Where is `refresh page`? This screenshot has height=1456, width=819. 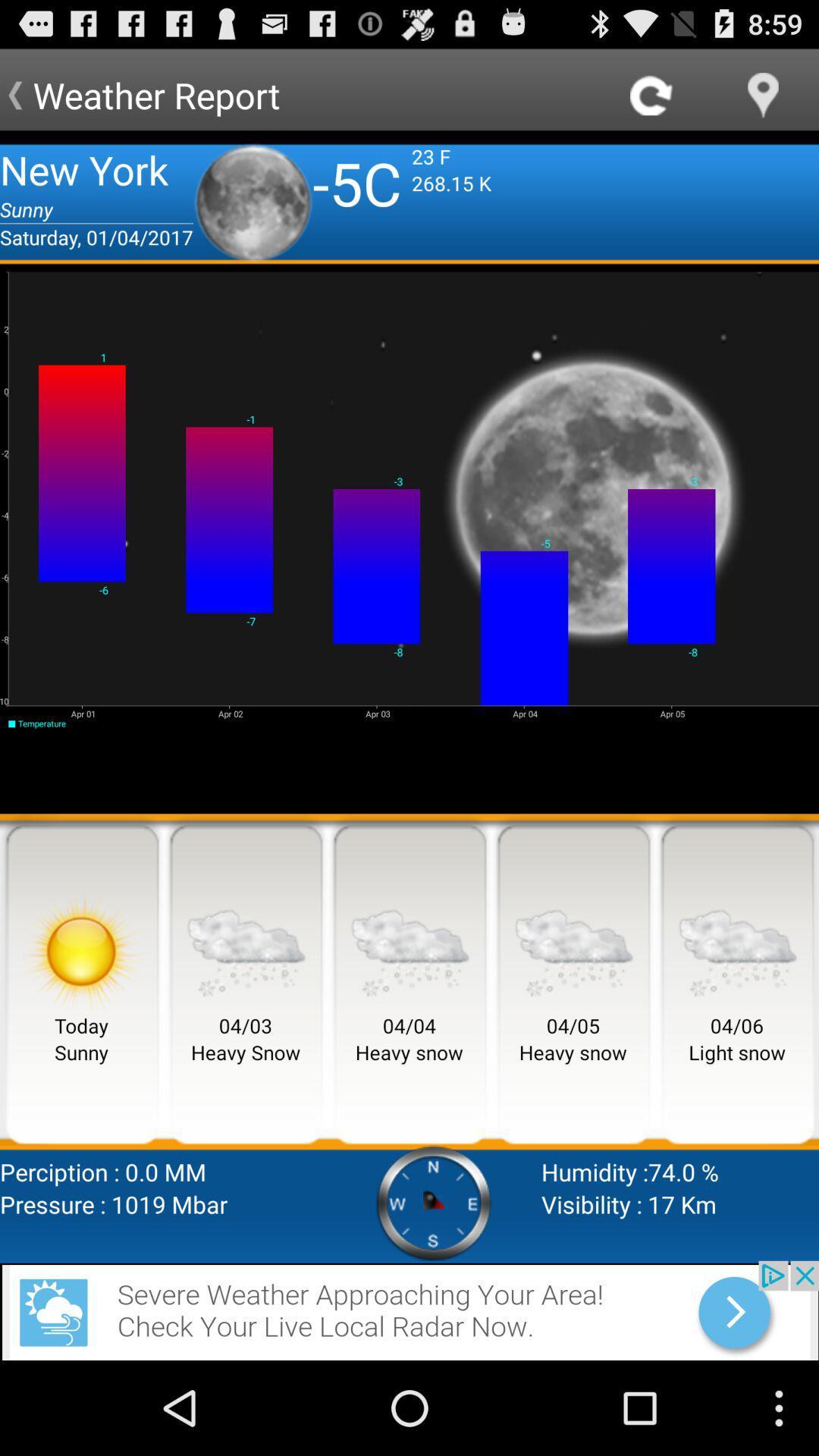 refresh page is located at coordinates (651, 94).